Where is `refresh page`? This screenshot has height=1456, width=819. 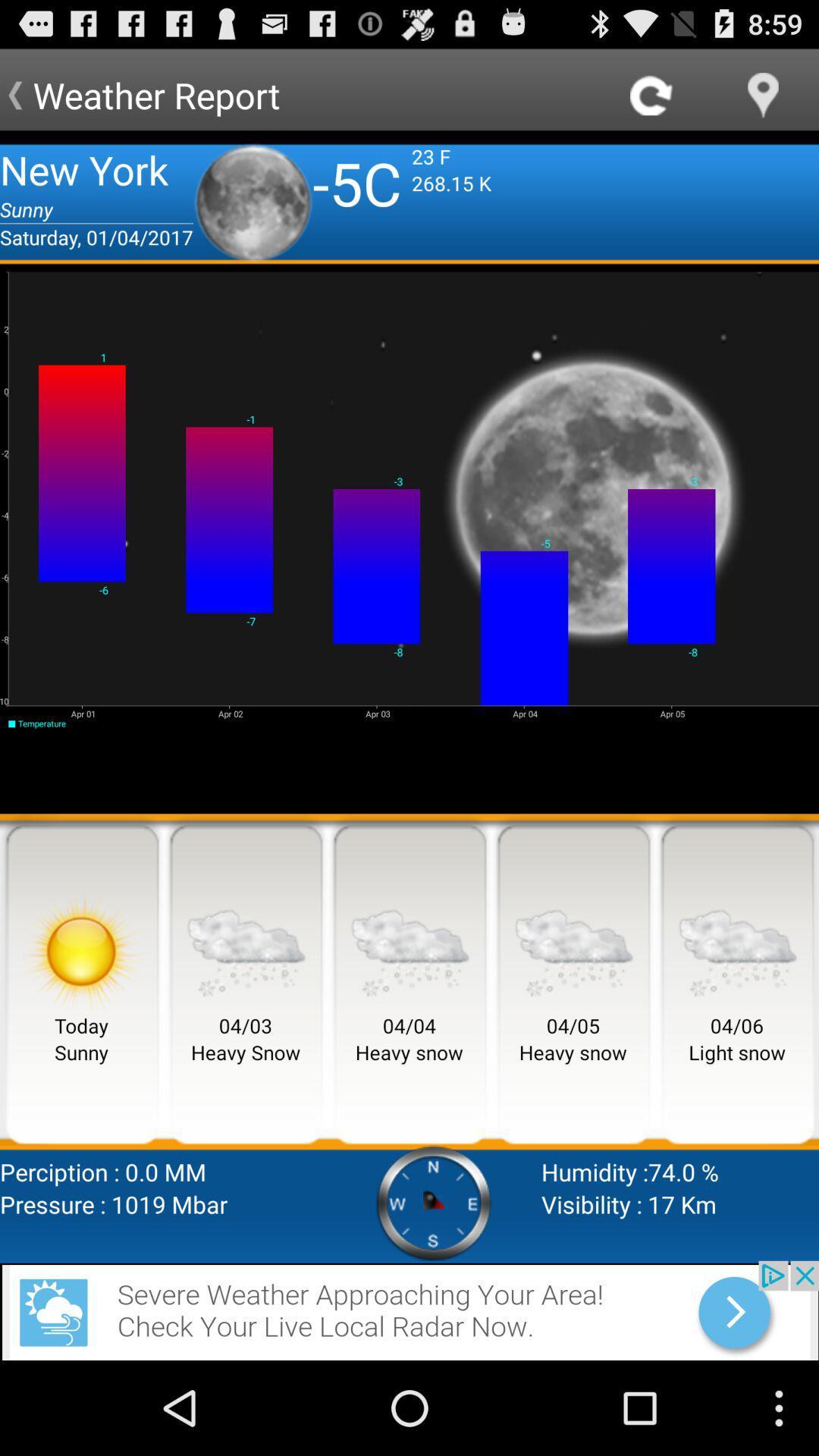 refresh page is located at coordinates (651, 94).